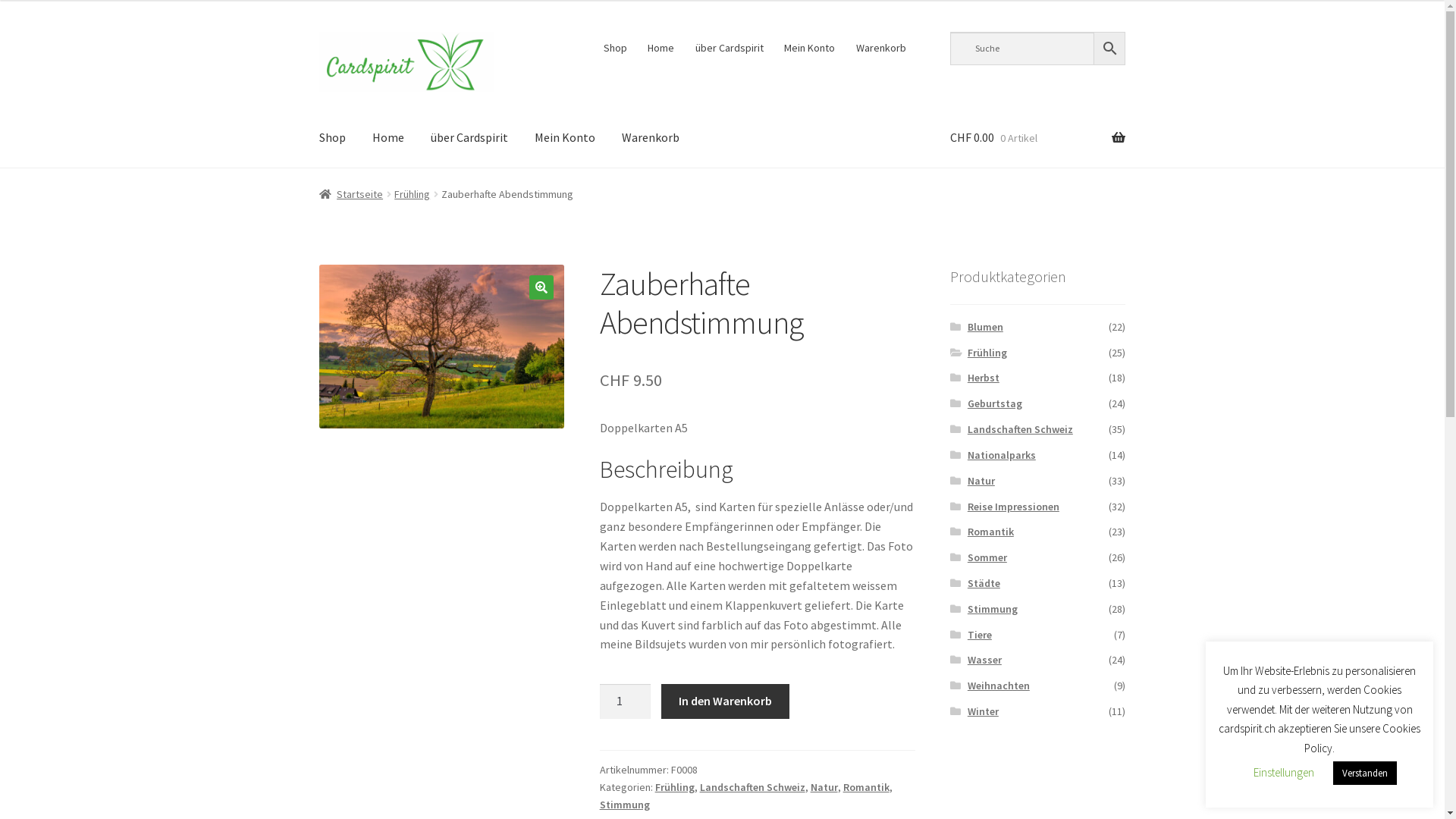  Describe the element at coordinates (331, 137) in the screenshot. I see `'Shop'` at that location.